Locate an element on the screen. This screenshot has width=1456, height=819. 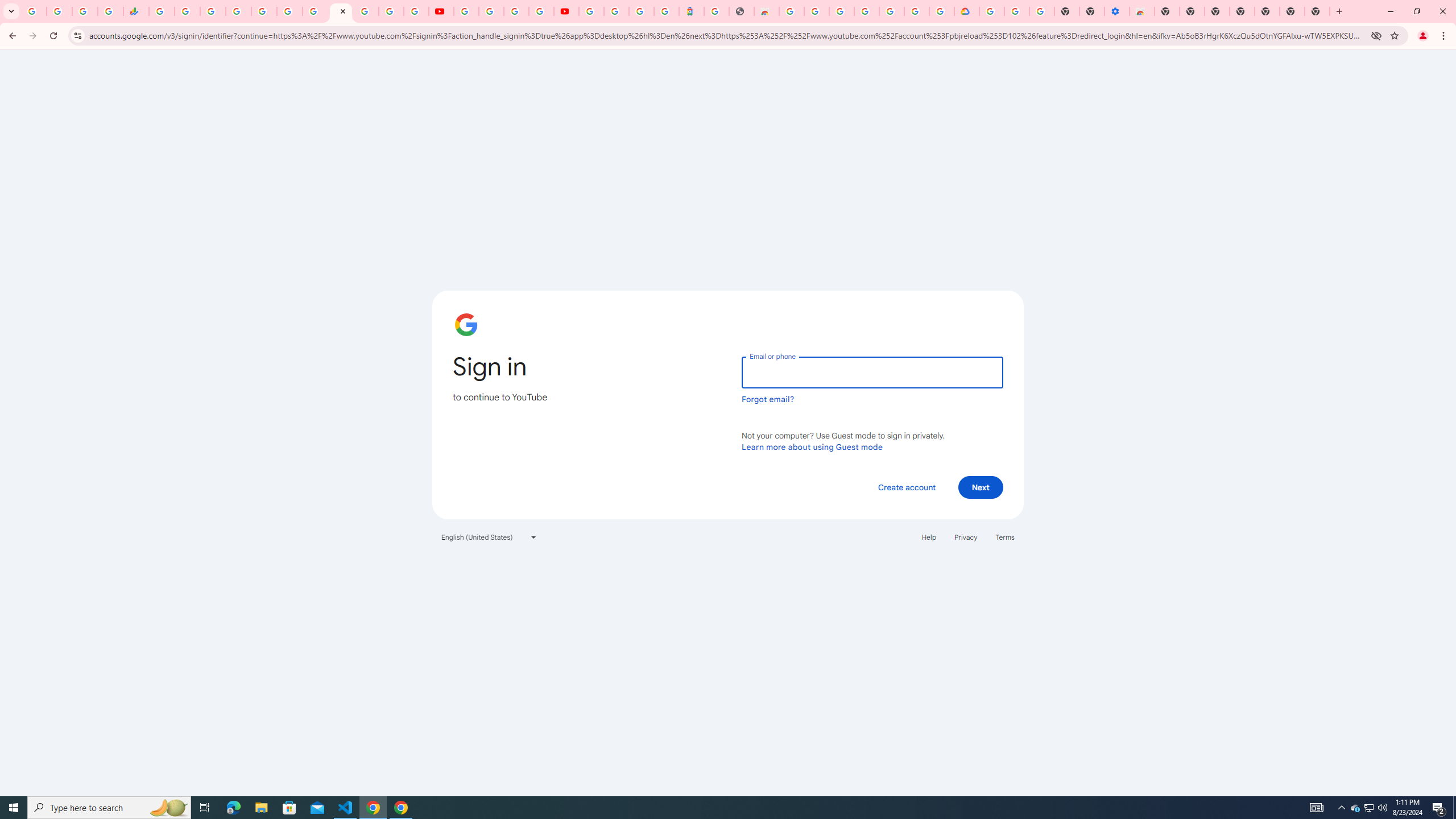
'Atour Hotel - Google hotels' is located at coordinates (691, 11).